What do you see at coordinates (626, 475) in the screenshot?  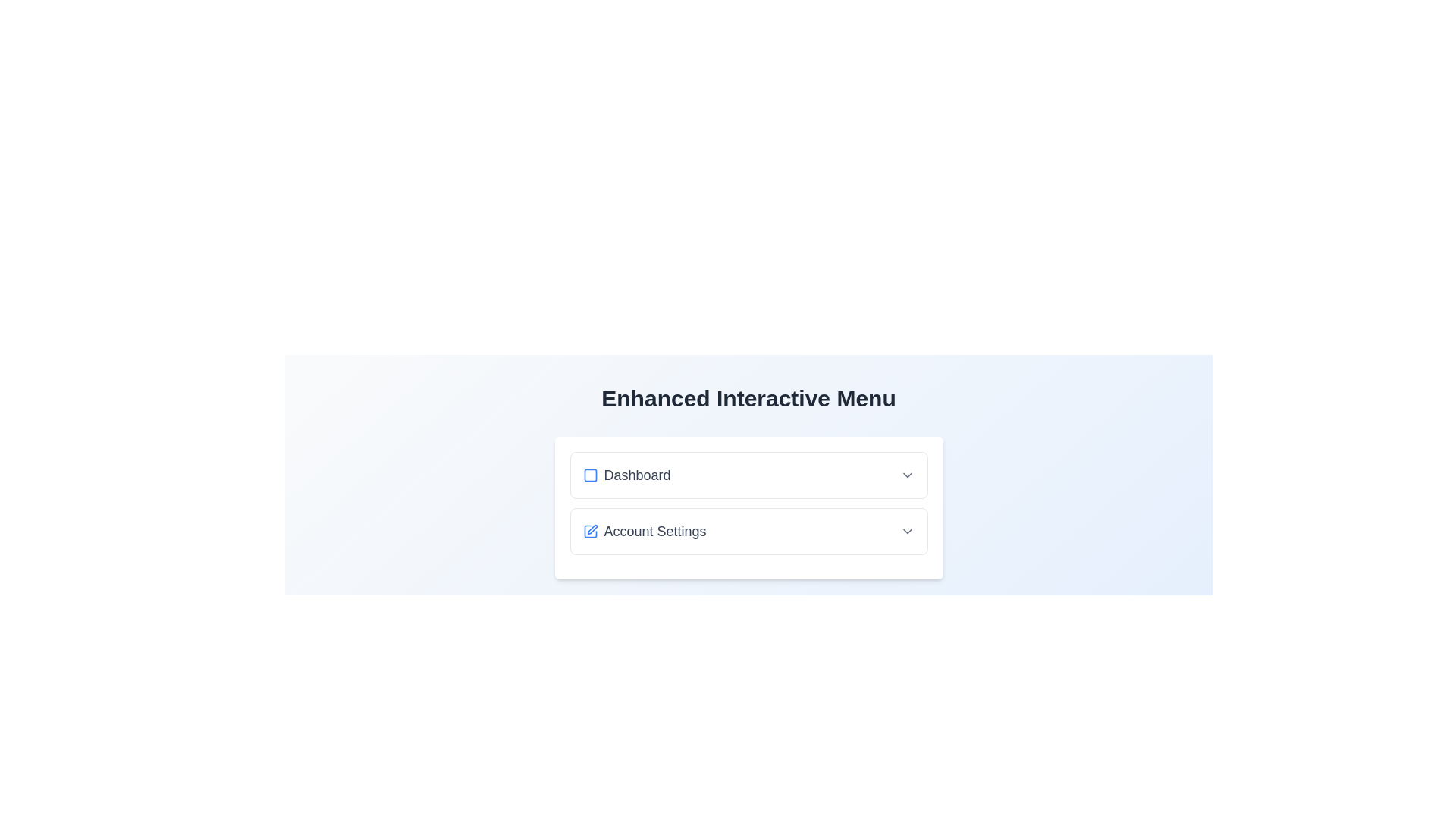 I see `the 'Dashboard' label in the navigation menu` at bounding box center [626, 475].